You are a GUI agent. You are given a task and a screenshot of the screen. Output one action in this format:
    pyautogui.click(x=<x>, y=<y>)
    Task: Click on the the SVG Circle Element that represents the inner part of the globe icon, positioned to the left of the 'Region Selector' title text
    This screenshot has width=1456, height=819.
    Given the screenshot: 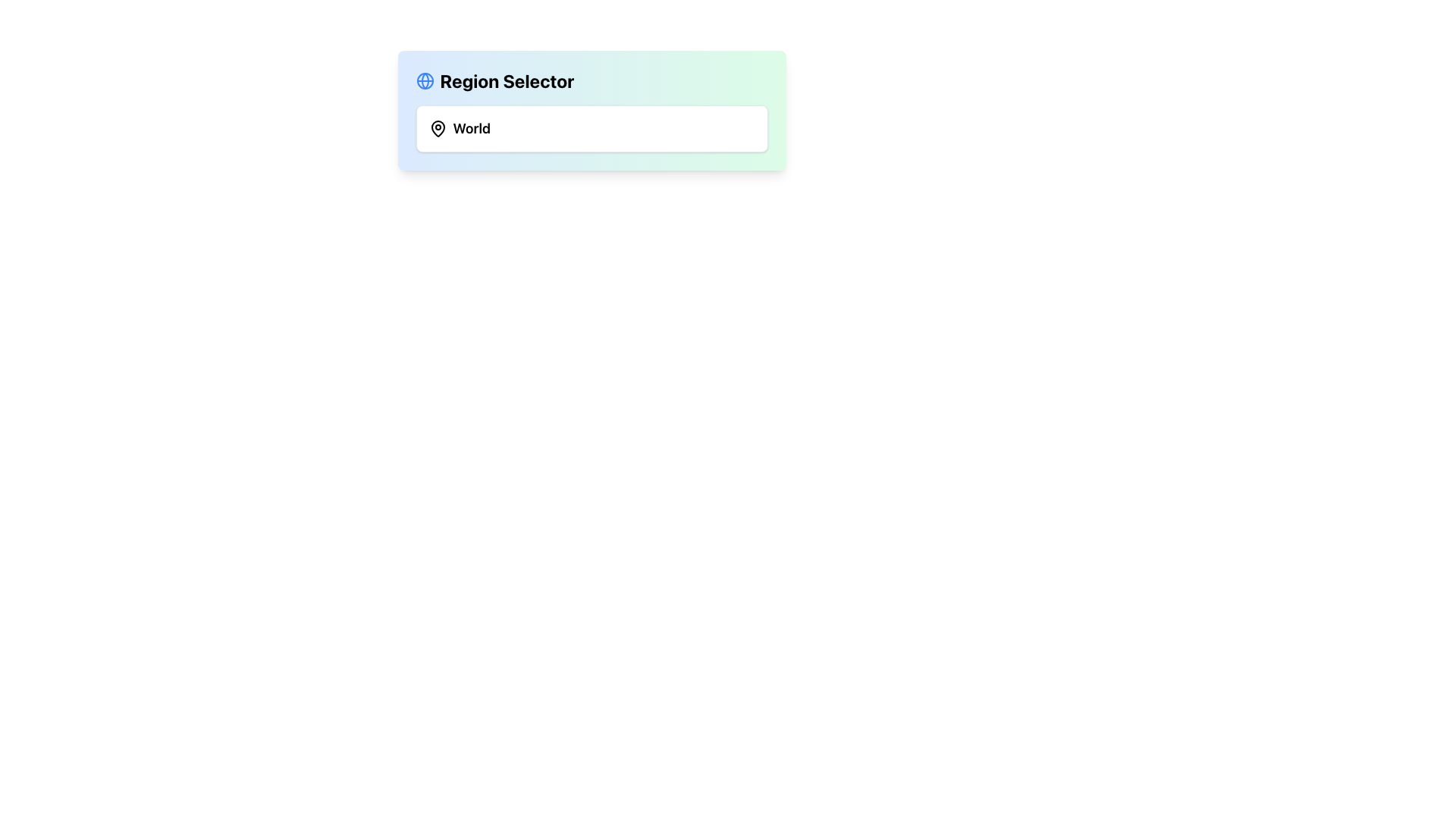 What is the action you would take?
    pyautogui.click(x=425, y=81)
    